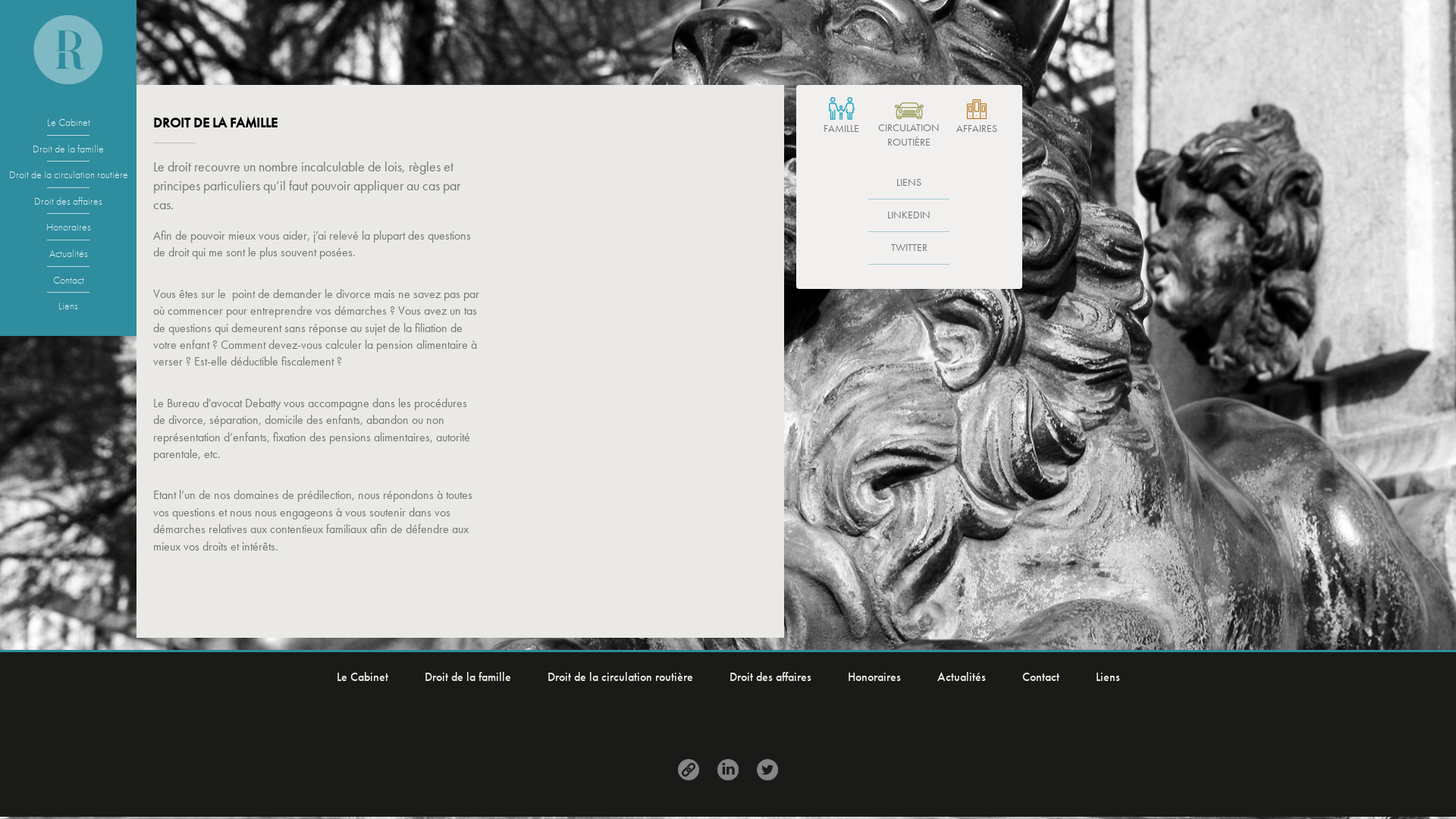 Image resolution: width=1456 pixels, height=819 pixels. I want to click on 'AFFAIRES', so click(976, 116).